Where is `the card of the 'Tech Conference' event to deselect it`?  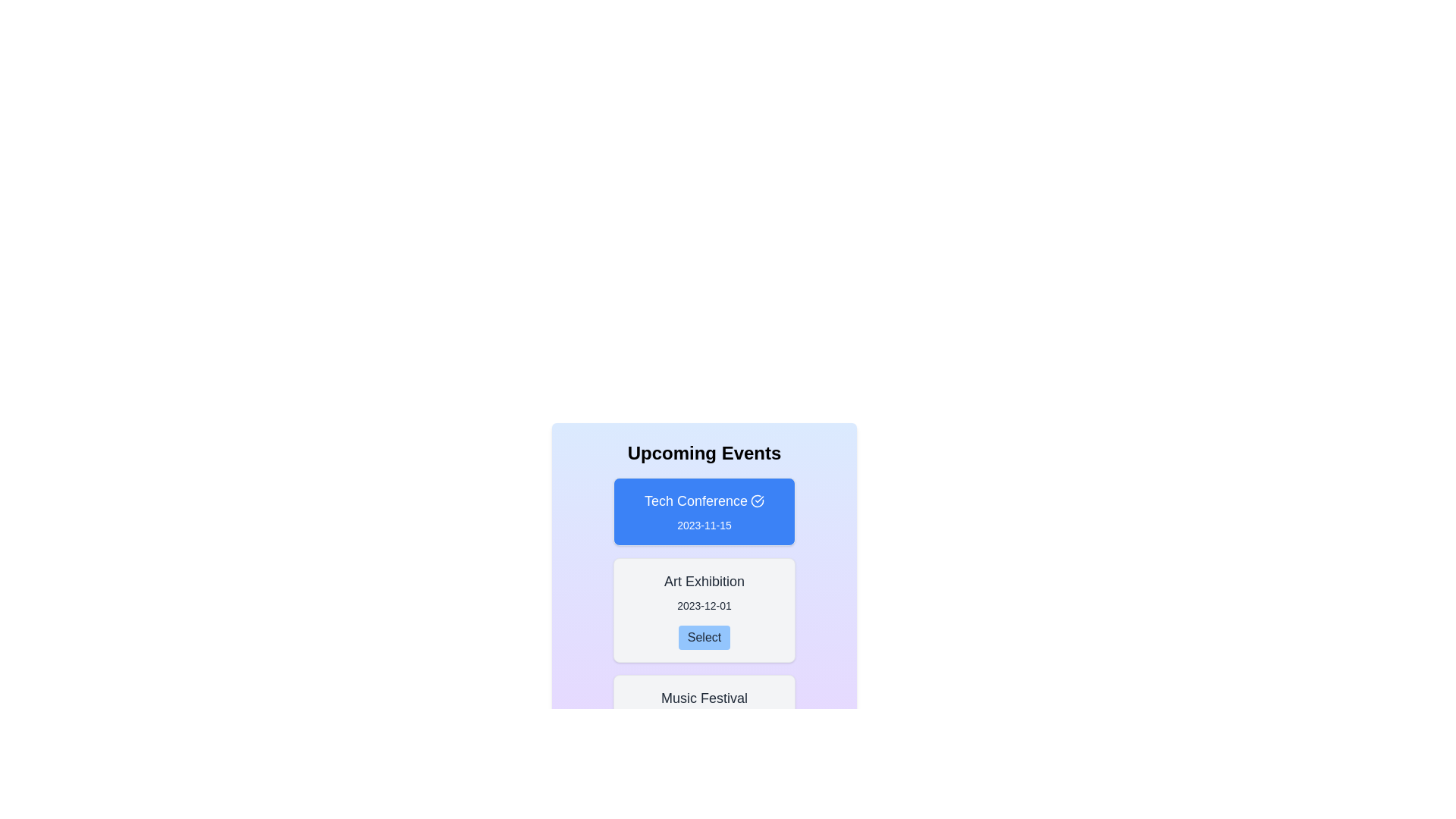
the card of the 'Tech Conference' event to deselect it is located at coordinates (704, 512).